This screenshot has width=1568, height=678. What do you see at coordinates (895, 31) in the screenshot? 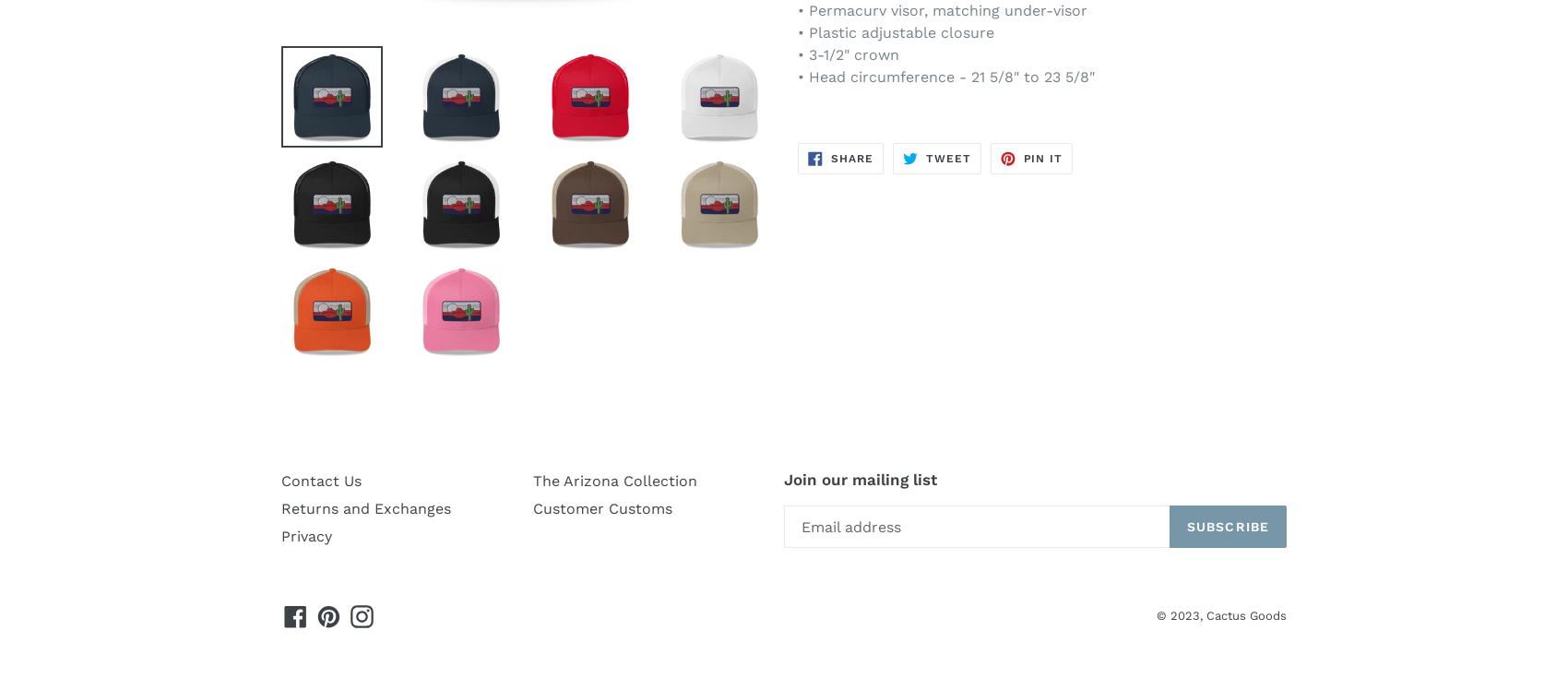
I see `'• Plastic adjustable closure'` at bounding box center [895, 31].